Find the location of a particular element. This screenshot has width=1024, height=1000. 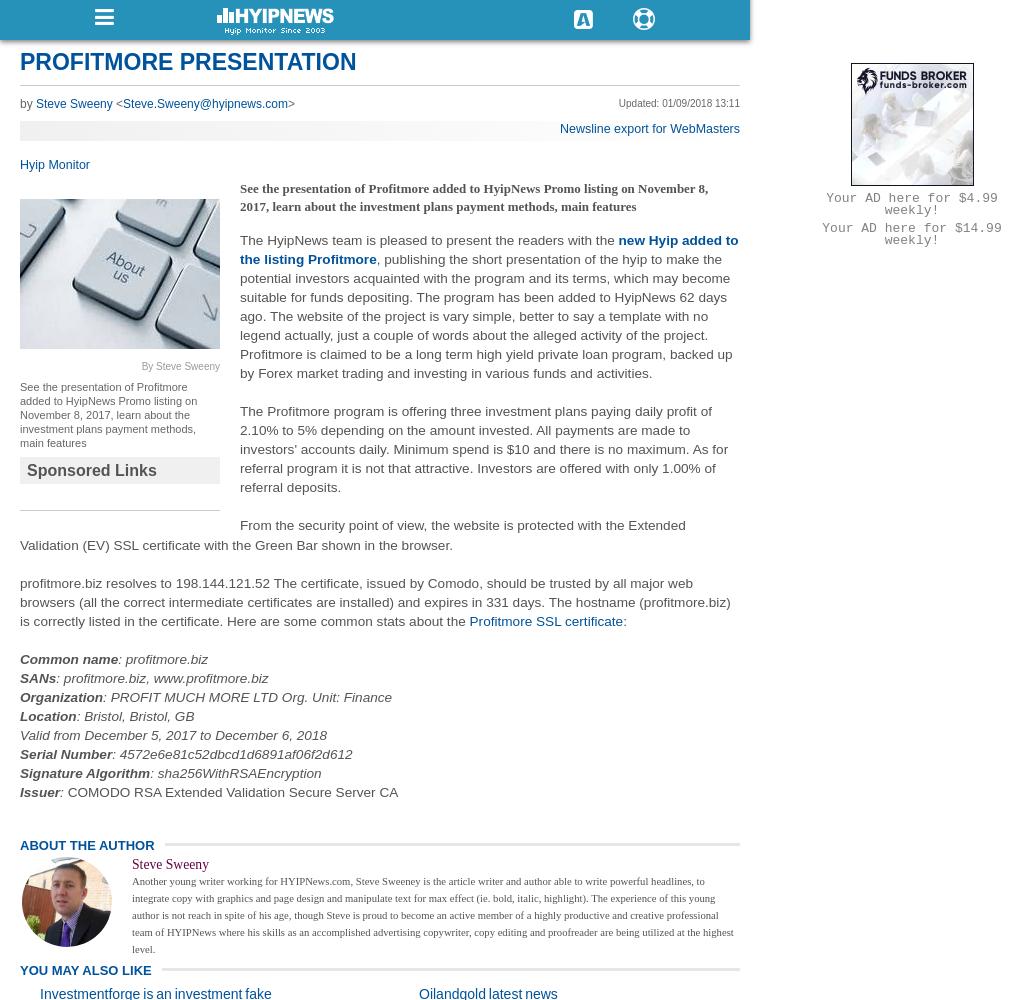

'From the security point of view, the website is protected with the Extended Validation (EV) SSL certificate with the Green Bar shown in the browser.' is located at coordinates (352, 535).